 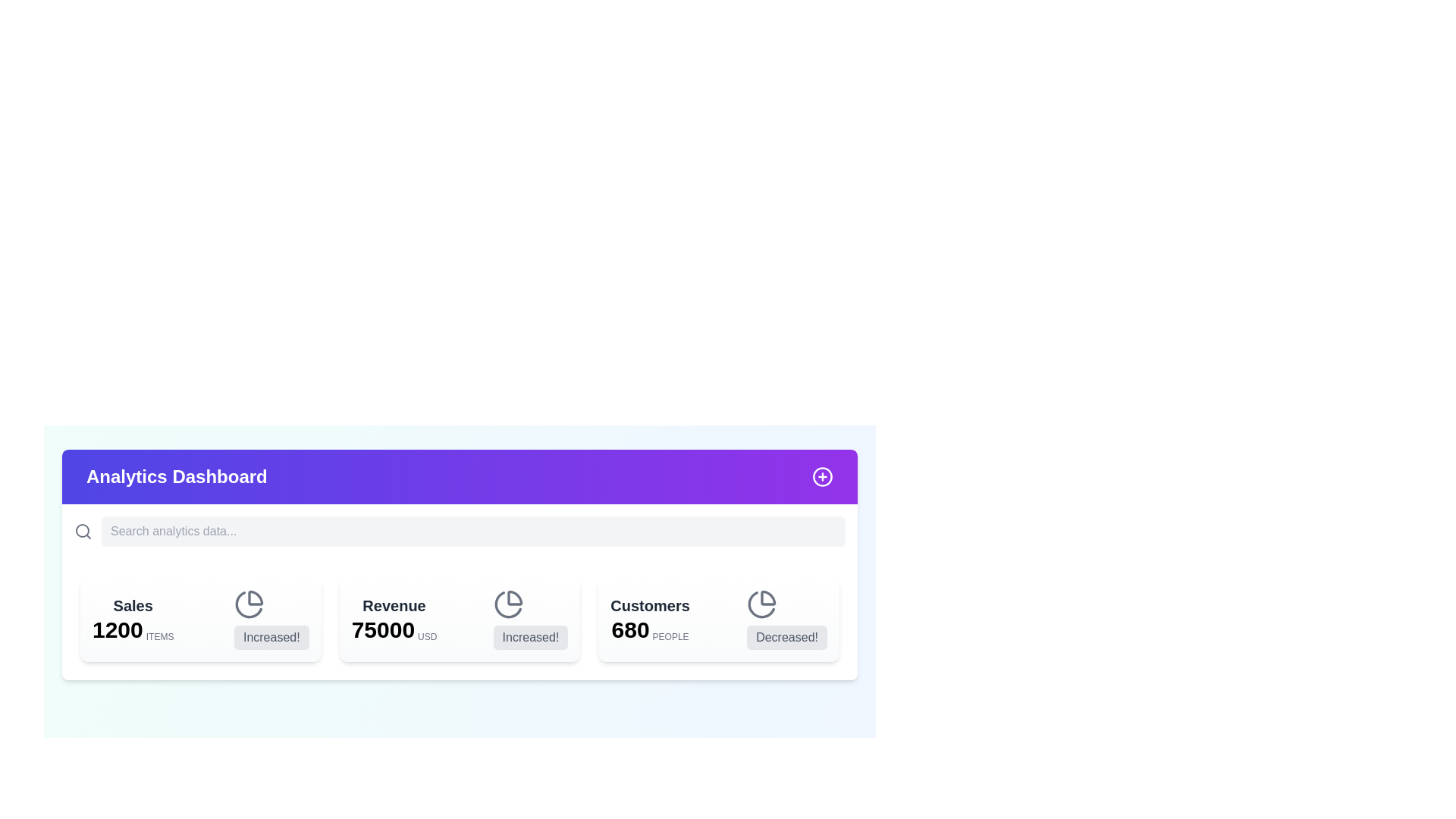 What do you see at coordinates (133, 604) in the screenshot?
I see `the 'Sales' Label, which is a bold text component in dark gray color, located at the top-left corner of a card in the dashboard interface` at bounding box center [133, 604].